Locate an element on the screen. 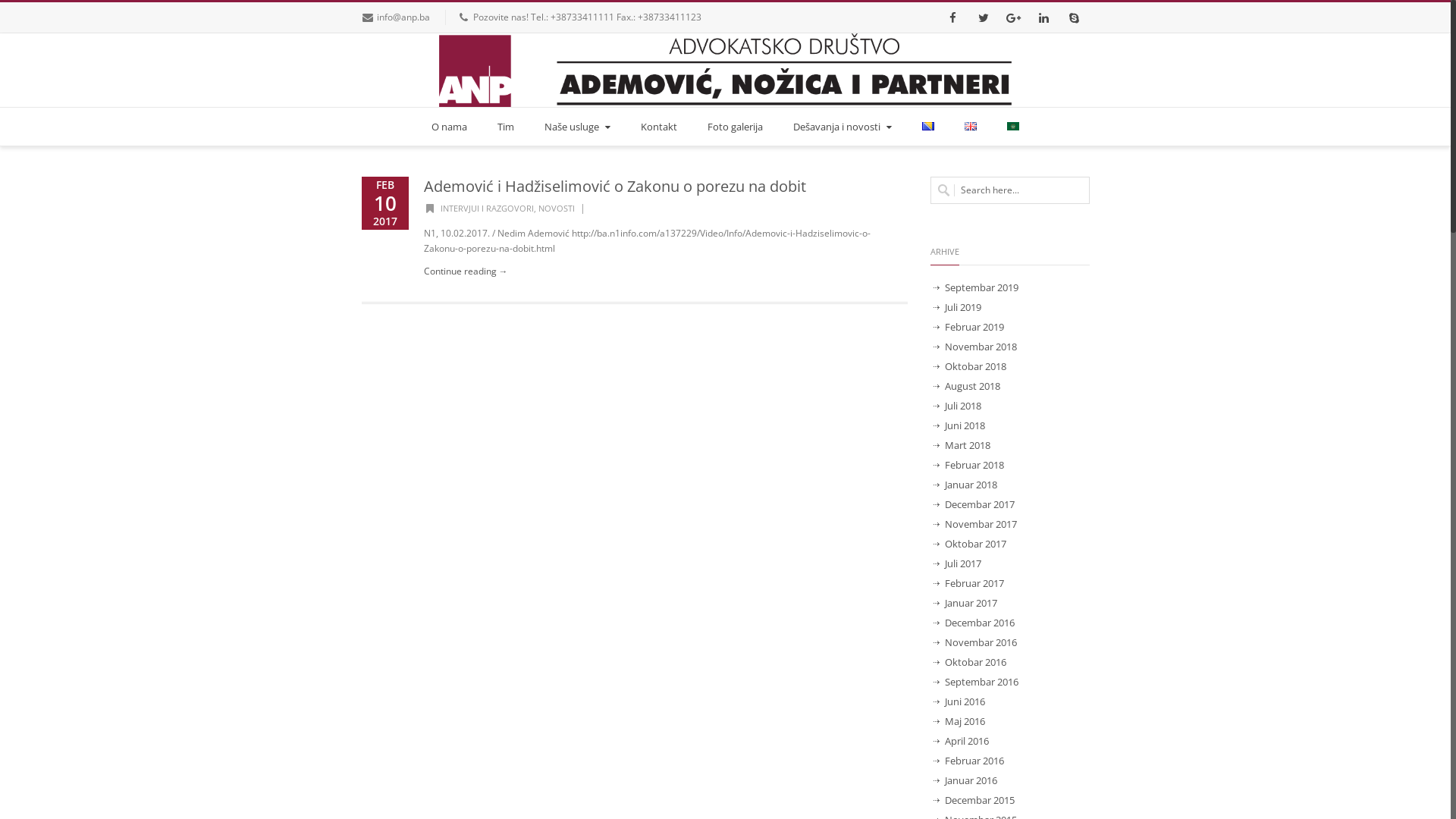 The image size is (1456, 819). 'Oktobar 2017' is located at coordinates (931, 543).